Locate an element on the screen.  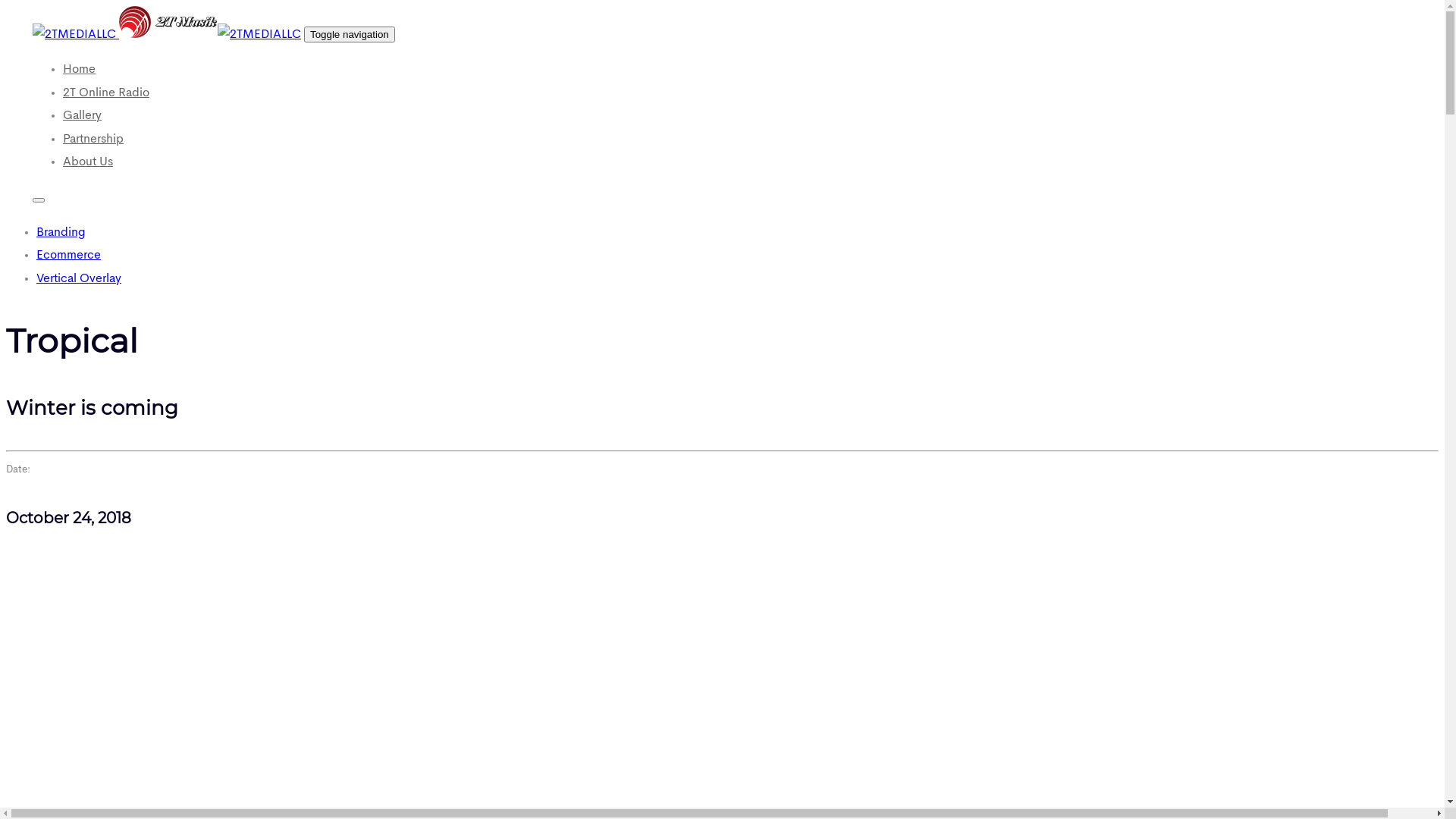
'Toggle navigation' is located at coordinates (303, 34).